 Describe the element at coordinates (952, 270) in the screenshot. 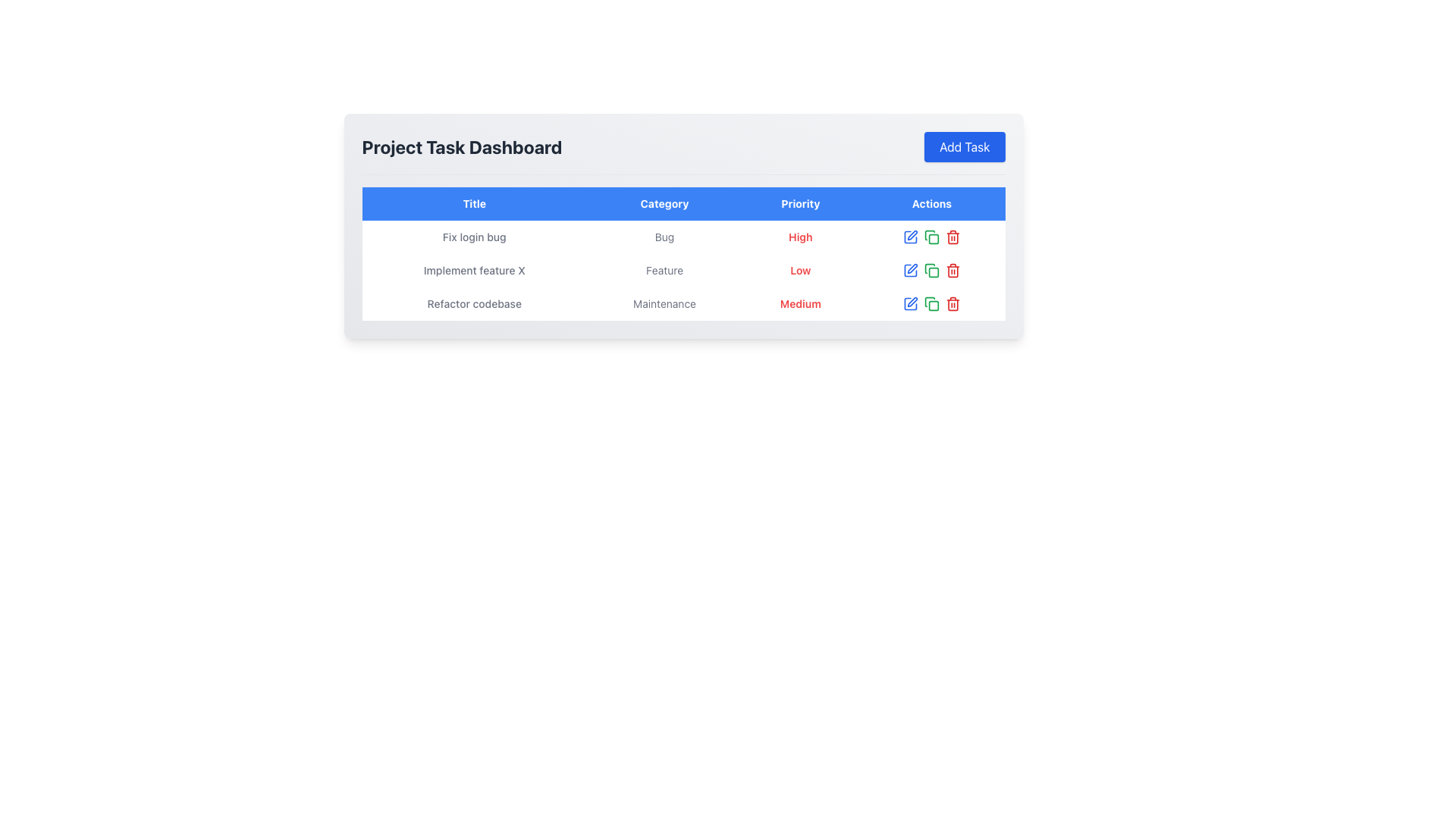

I see `the red trash icon button, which is the third icon in the 'Actions' column of the second row in the table` at that location.